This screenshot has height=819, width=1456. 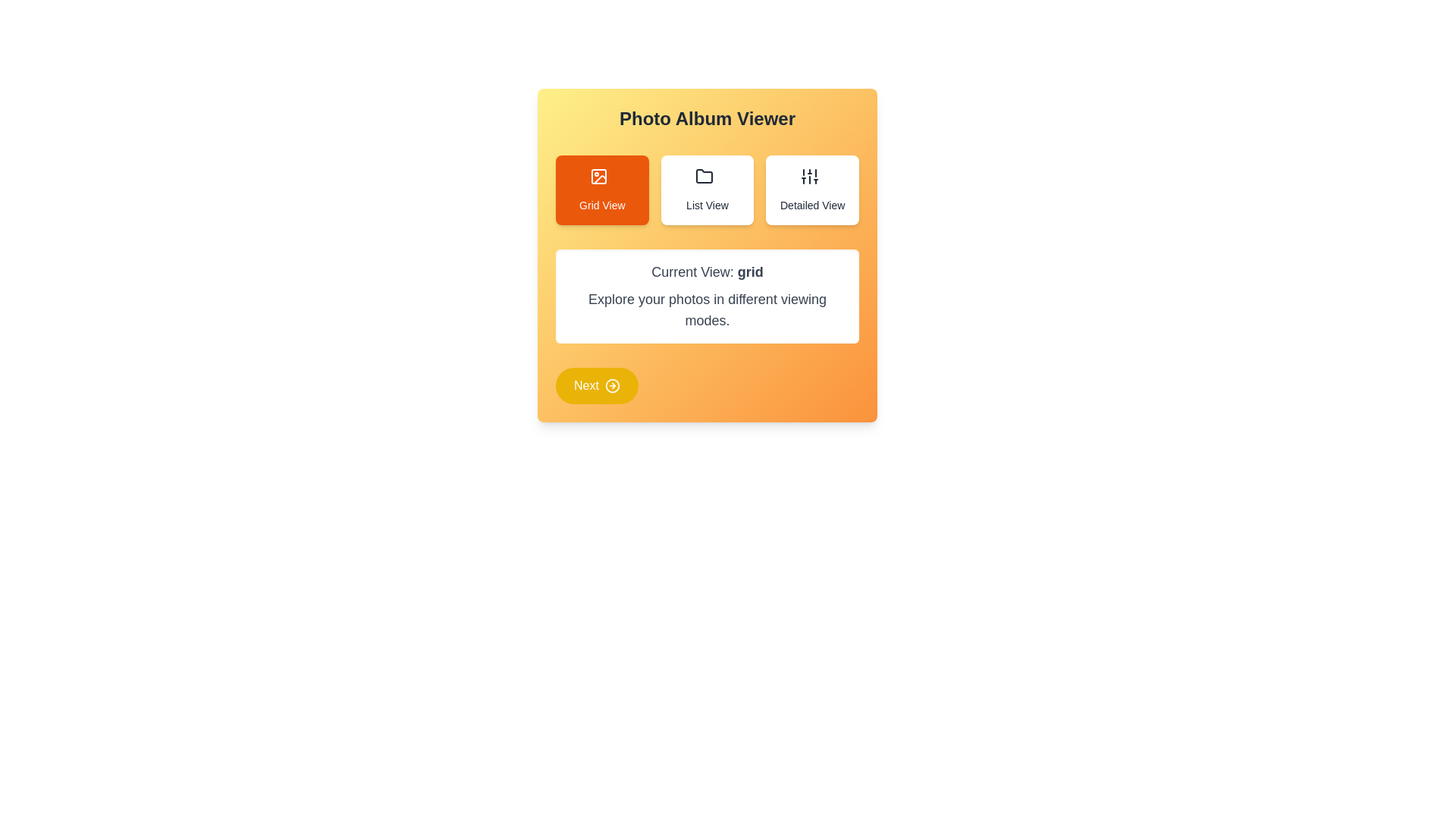 What do you see at coordinates (706, 309) in the screenshot?
I see `text label displaying 'Explore your photos in different viewing modes.' which is positioned below the 'Current View: grid' label` at bounding box center [706, 309].